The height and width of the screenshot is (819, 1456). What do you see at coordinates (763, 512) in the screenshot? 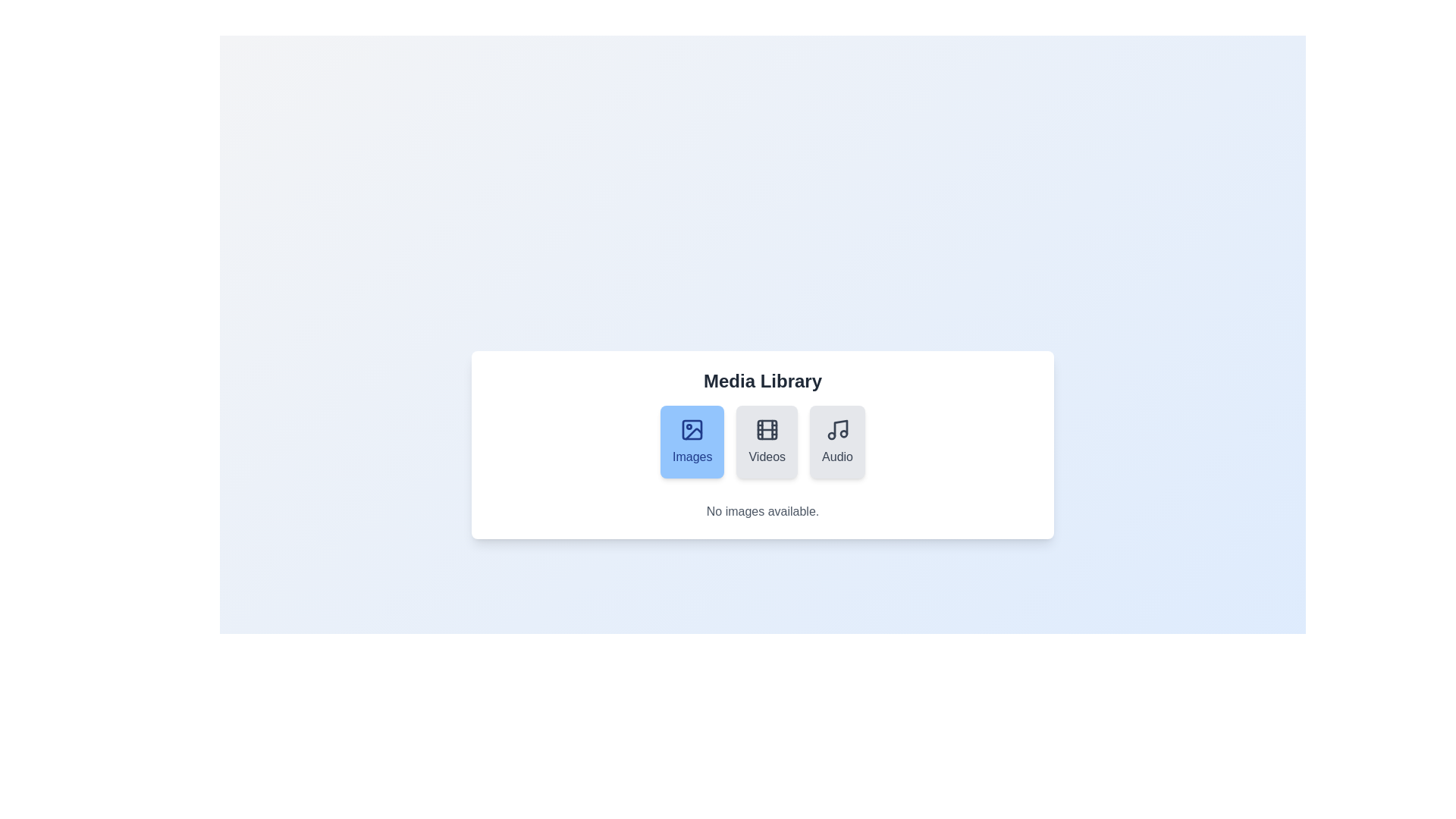
I see `the area where the text 'No images available.' is displayed and read it` at bounding box center [763, 512].